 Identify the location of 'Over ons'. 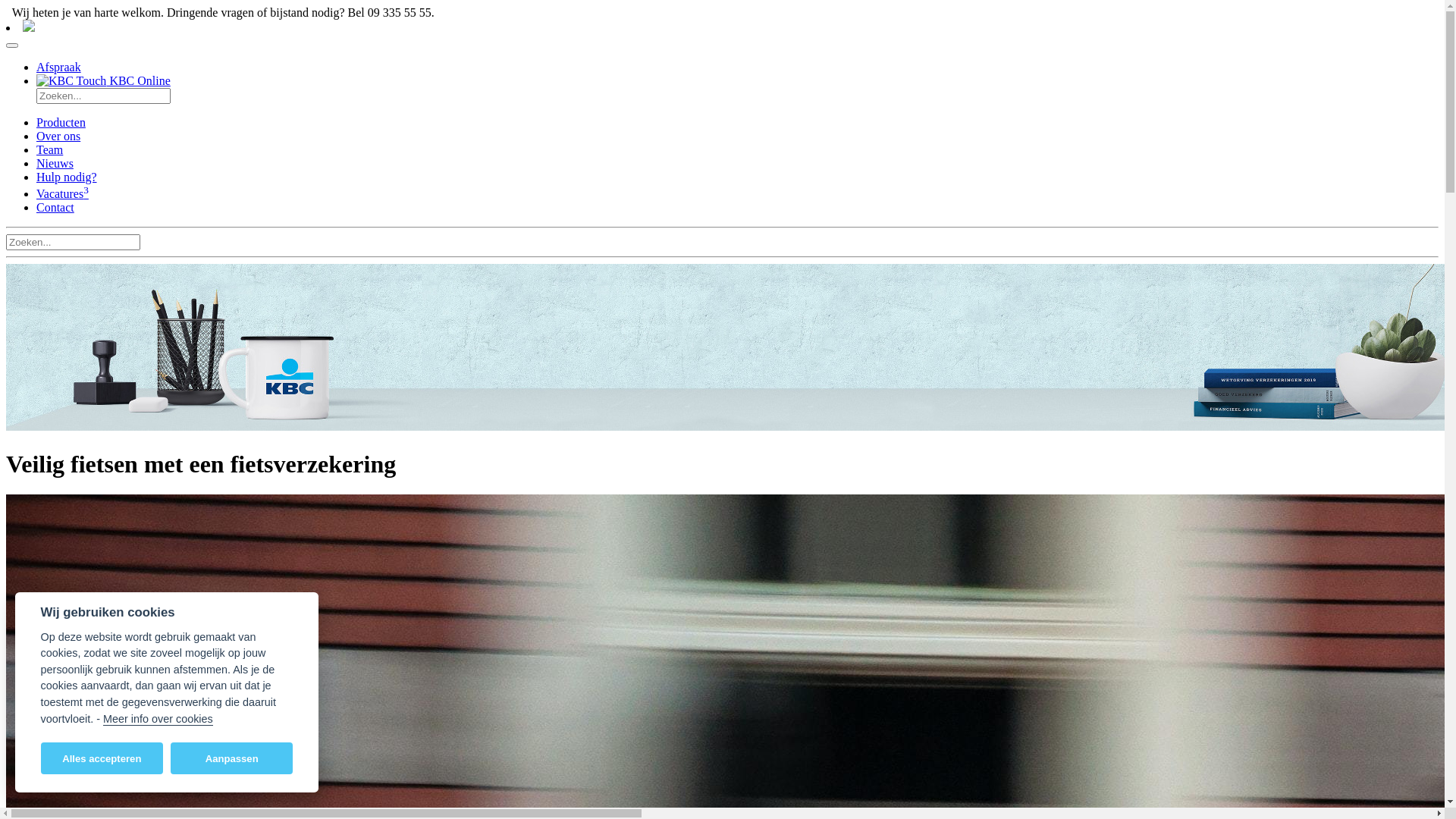
(36, 135).